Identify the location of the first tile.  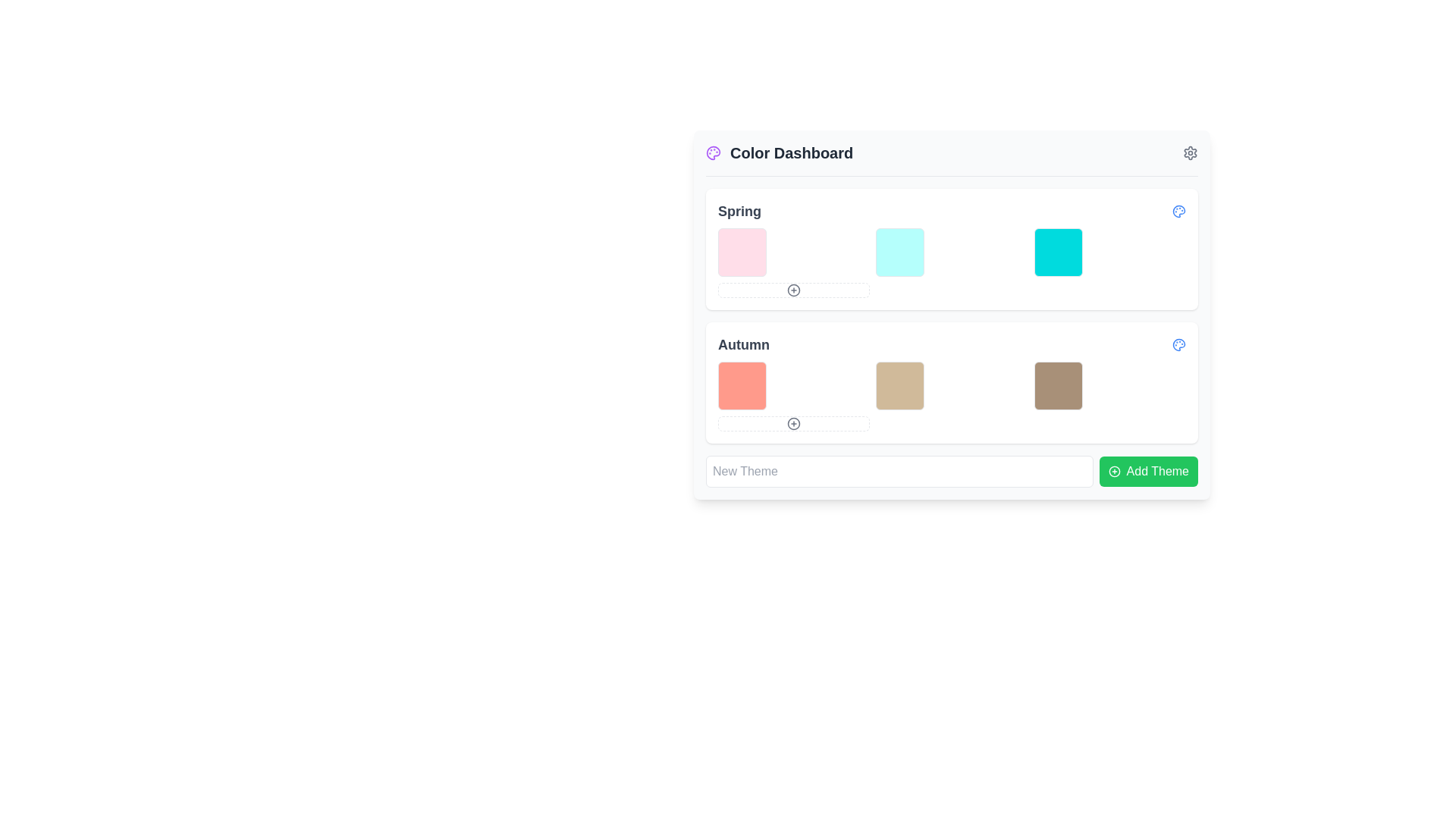
(742, 385).